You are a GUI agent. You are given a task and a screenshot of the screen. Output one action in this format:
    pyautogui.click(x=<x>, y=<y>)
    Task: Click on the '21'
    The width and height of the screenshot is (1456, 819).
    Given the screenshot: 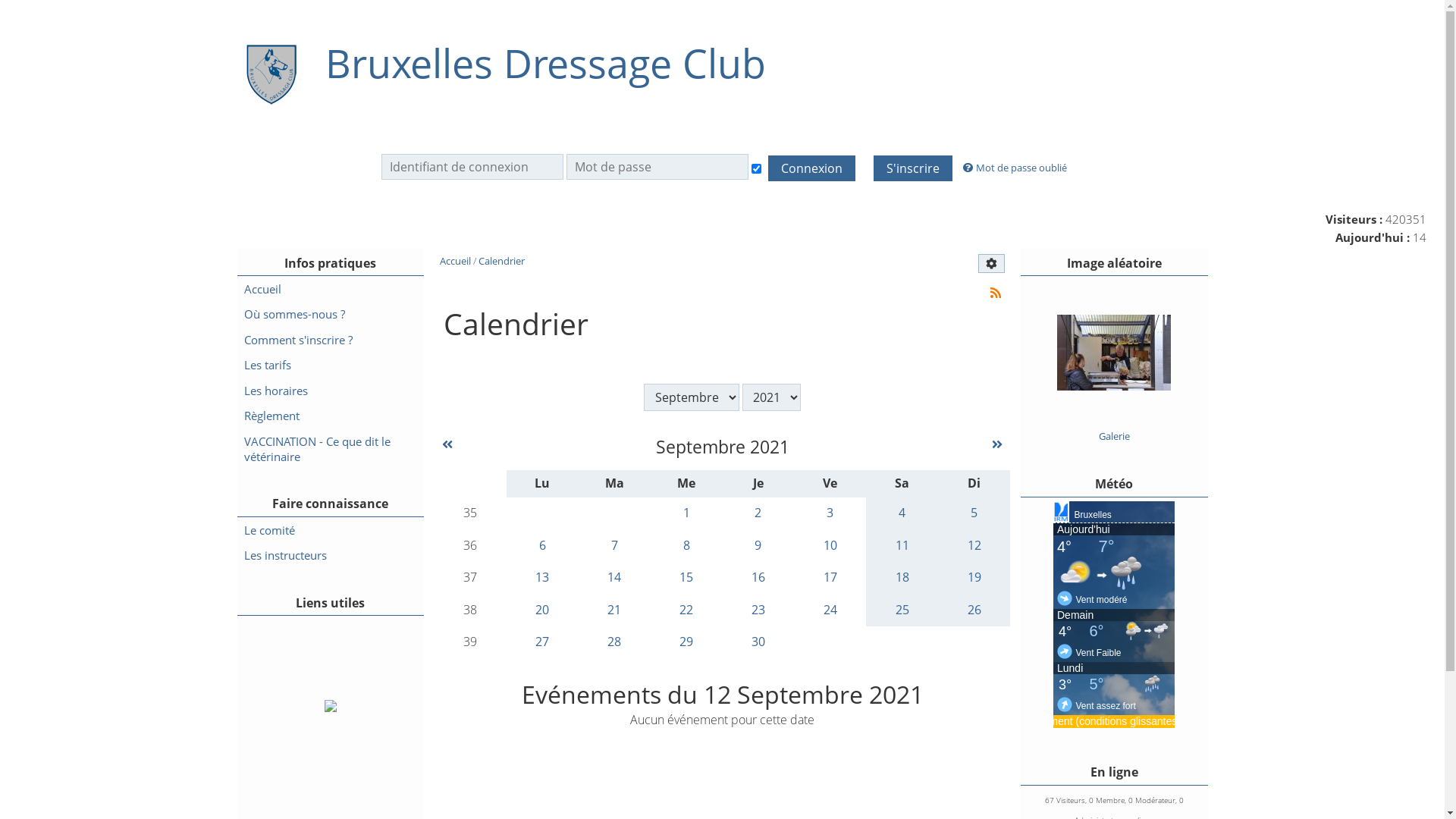 What is the action you would take?
    pyautogui.click(x=578, y=609)
    